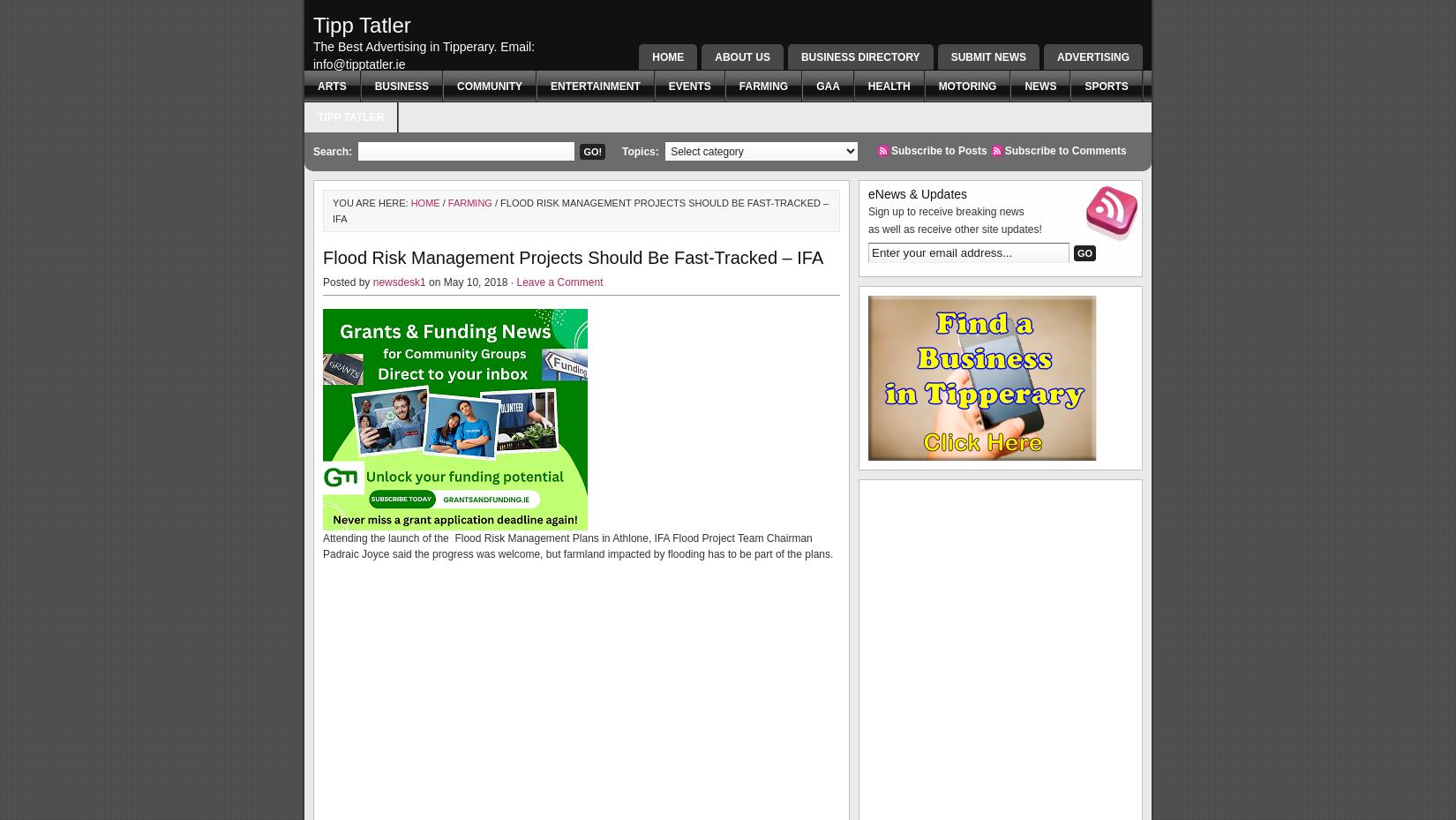 The height and width of the screenshot is (820, 1456). What do you see at coordinates (1092, 56) in the screenshot?
I see `'Advertising'` at bounding box center [1092, 56].